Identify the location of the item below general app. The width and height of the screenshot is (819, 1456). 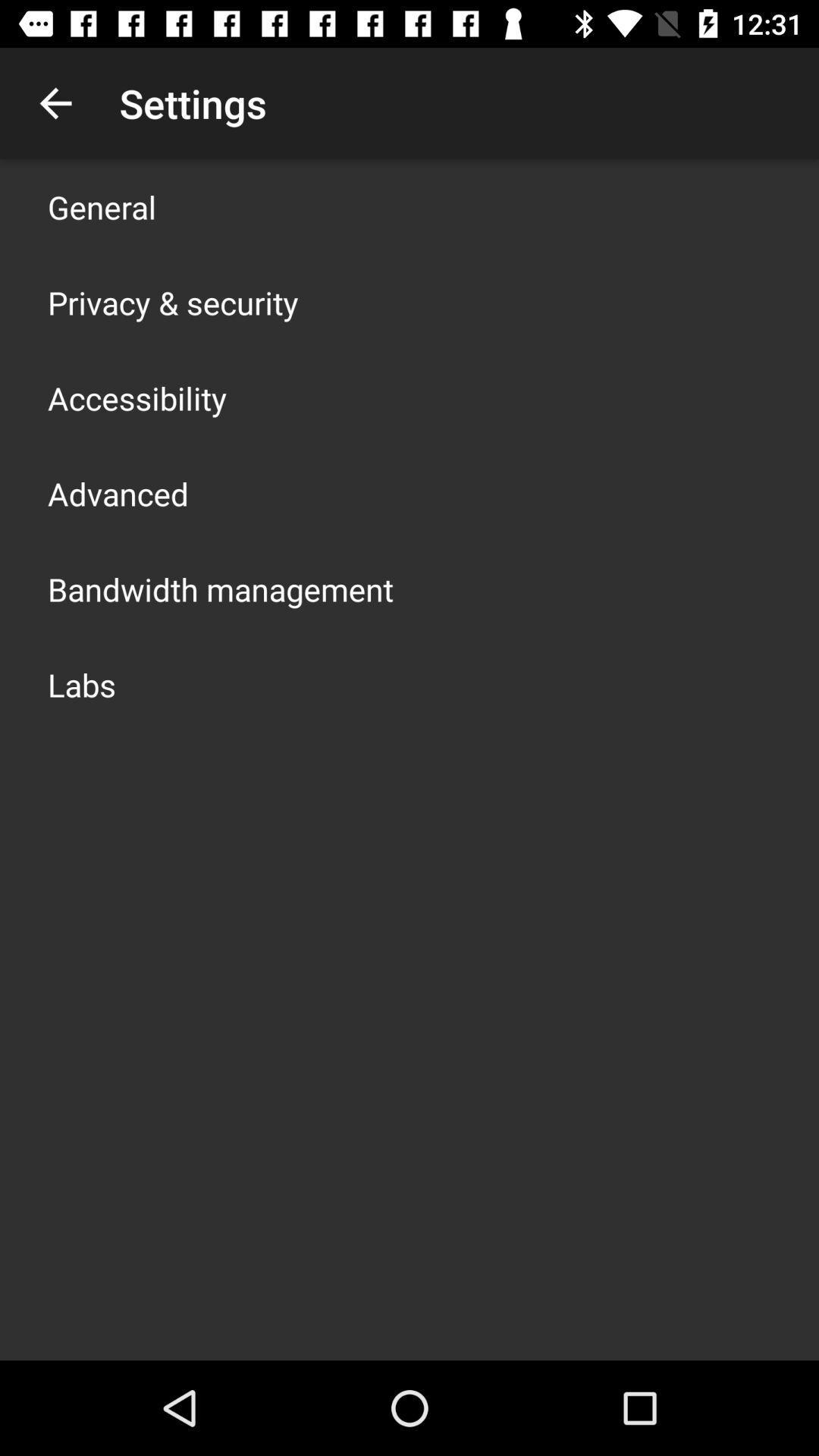
(172, 302).